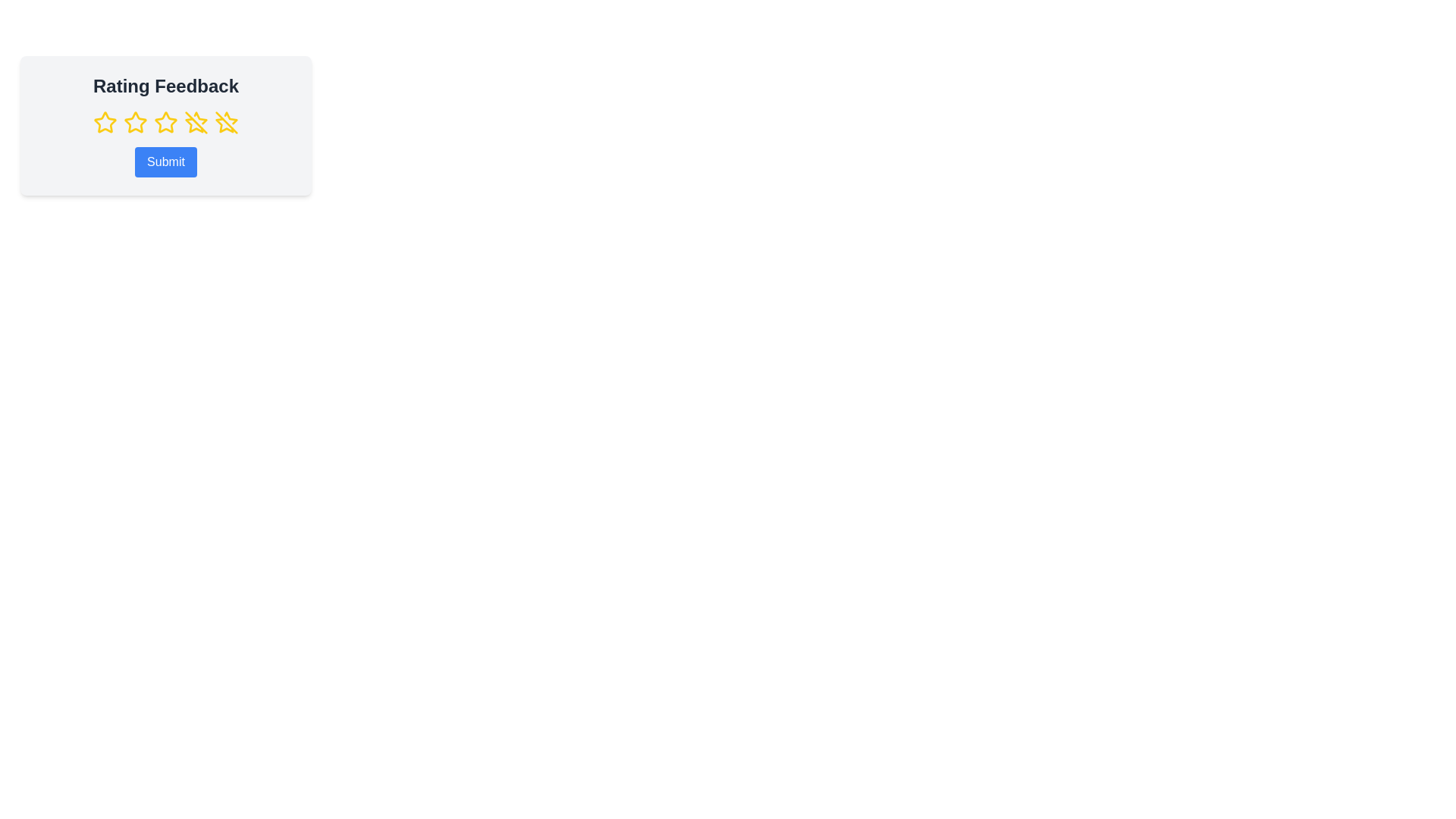 The image size is (1456, 819). I want to click on the third clickable star icon, so click(166, 122).